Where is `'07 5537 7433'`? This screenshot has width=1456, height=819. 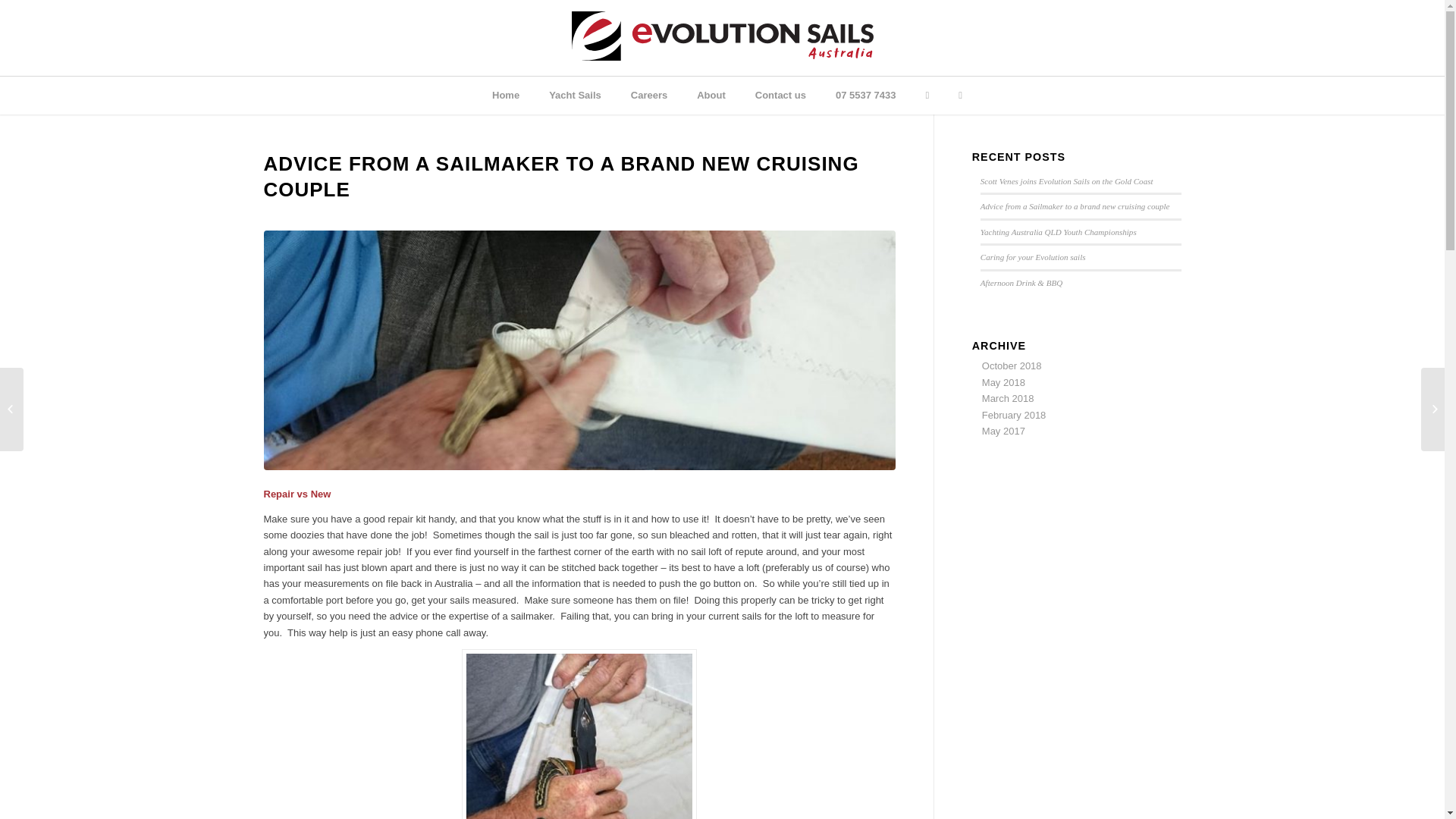
'07 5537 7433' is located at coordinates (866, 96).